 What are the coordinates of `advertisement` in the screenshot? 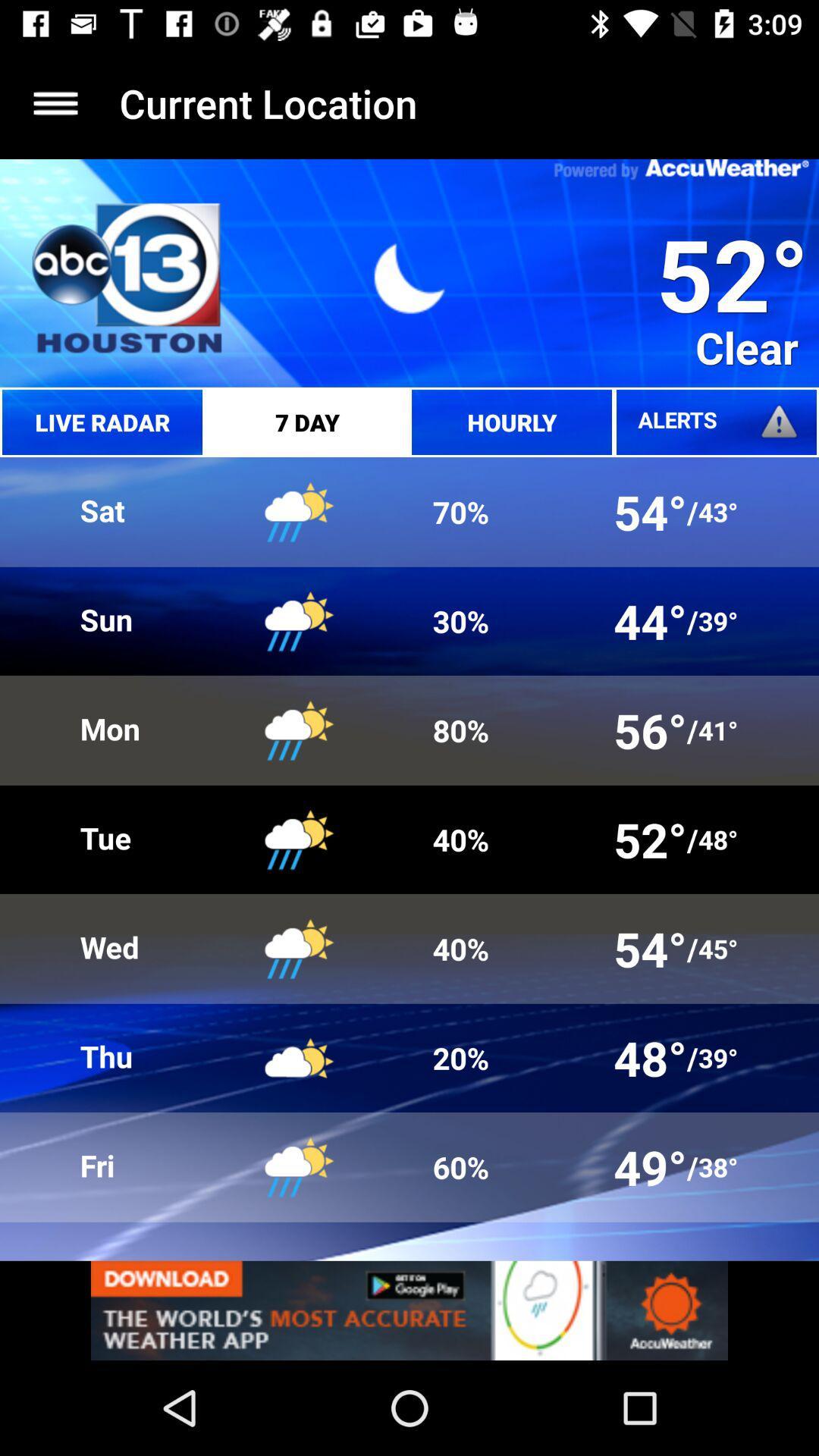 It's located at (409, 1310).